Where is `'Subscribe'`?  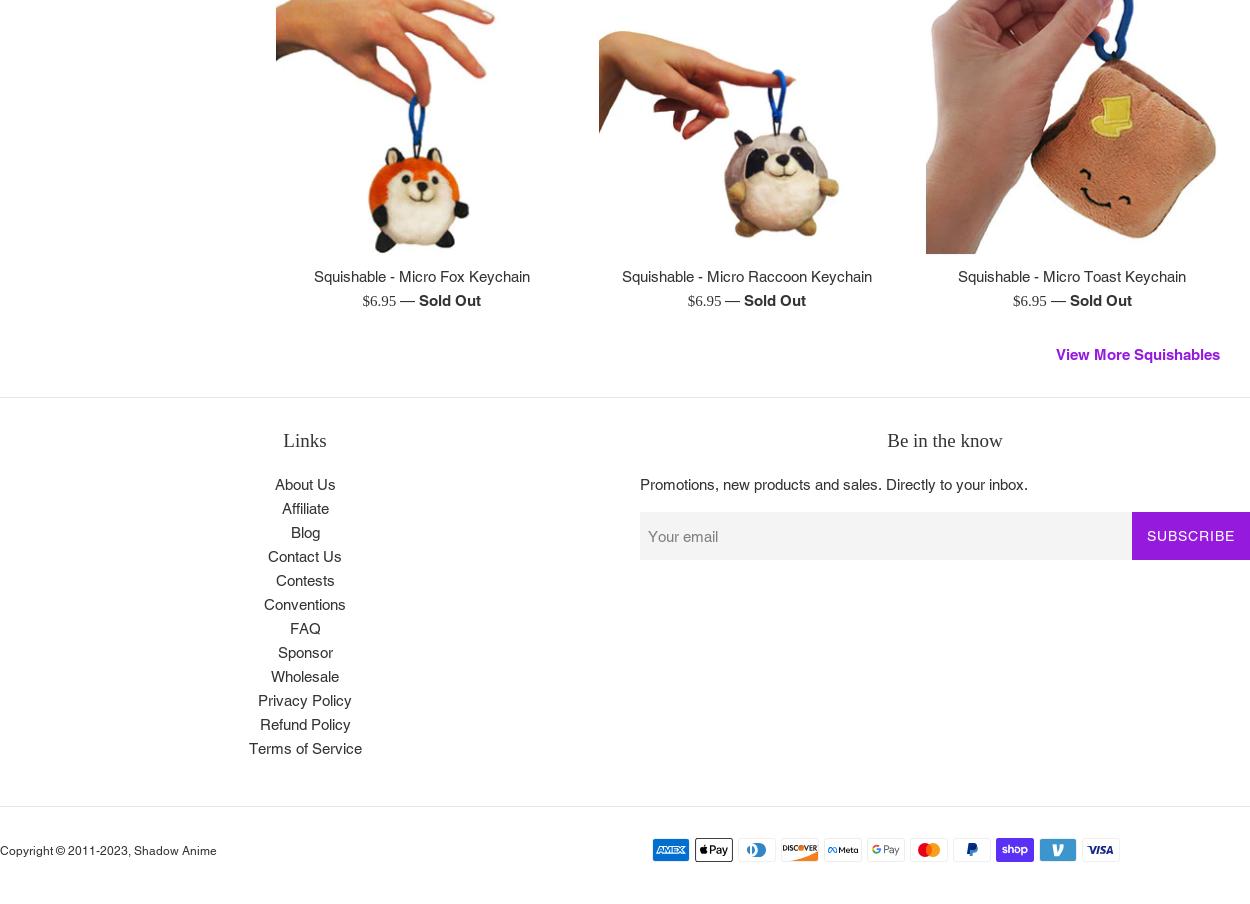
'Subscribe' is located at coordinates (1147, 535).